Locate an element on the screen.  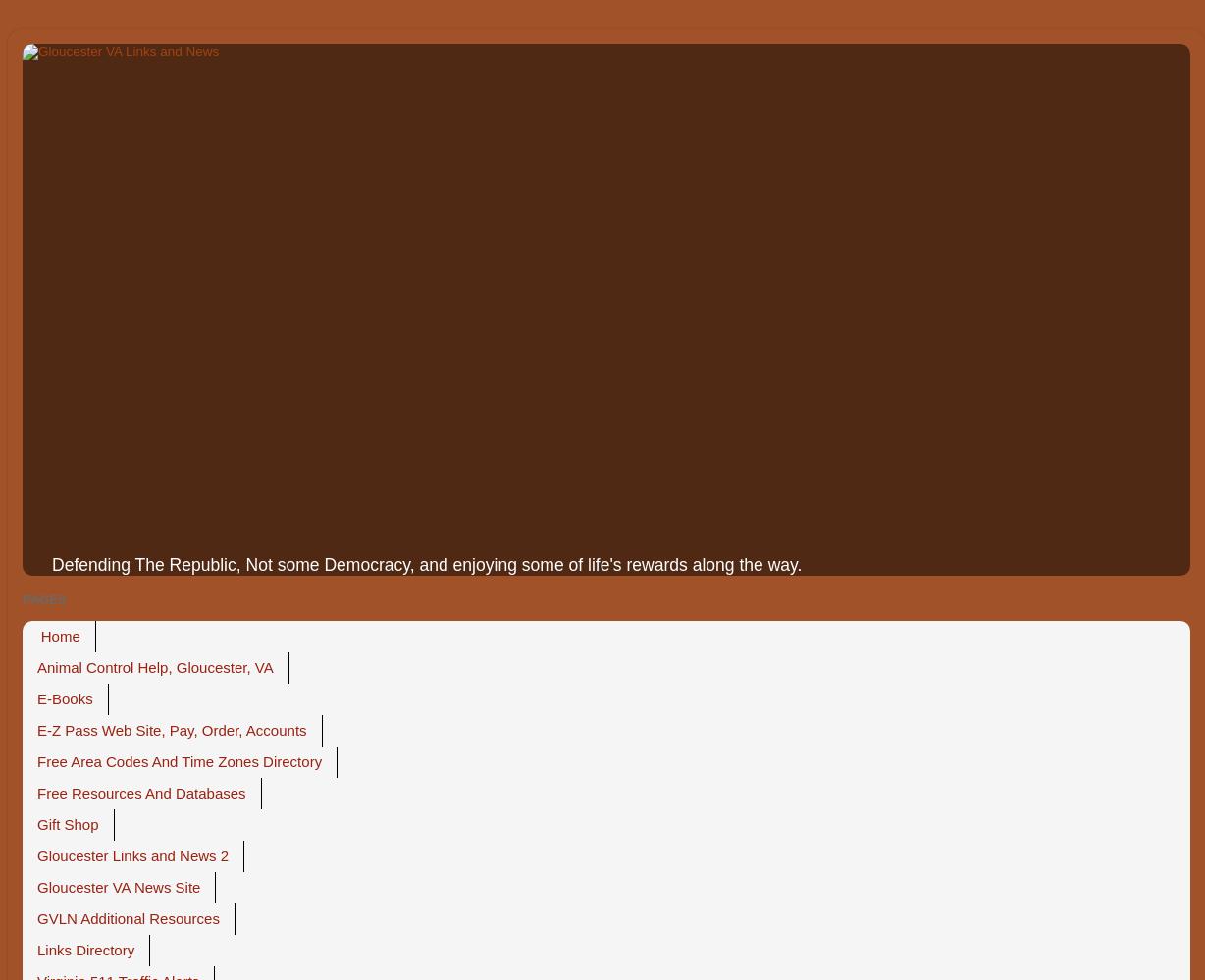
'Defending The Republic, Not some Democracy, and enjoying some of life's rewards along the way.' is located at coordinates (426, 564).